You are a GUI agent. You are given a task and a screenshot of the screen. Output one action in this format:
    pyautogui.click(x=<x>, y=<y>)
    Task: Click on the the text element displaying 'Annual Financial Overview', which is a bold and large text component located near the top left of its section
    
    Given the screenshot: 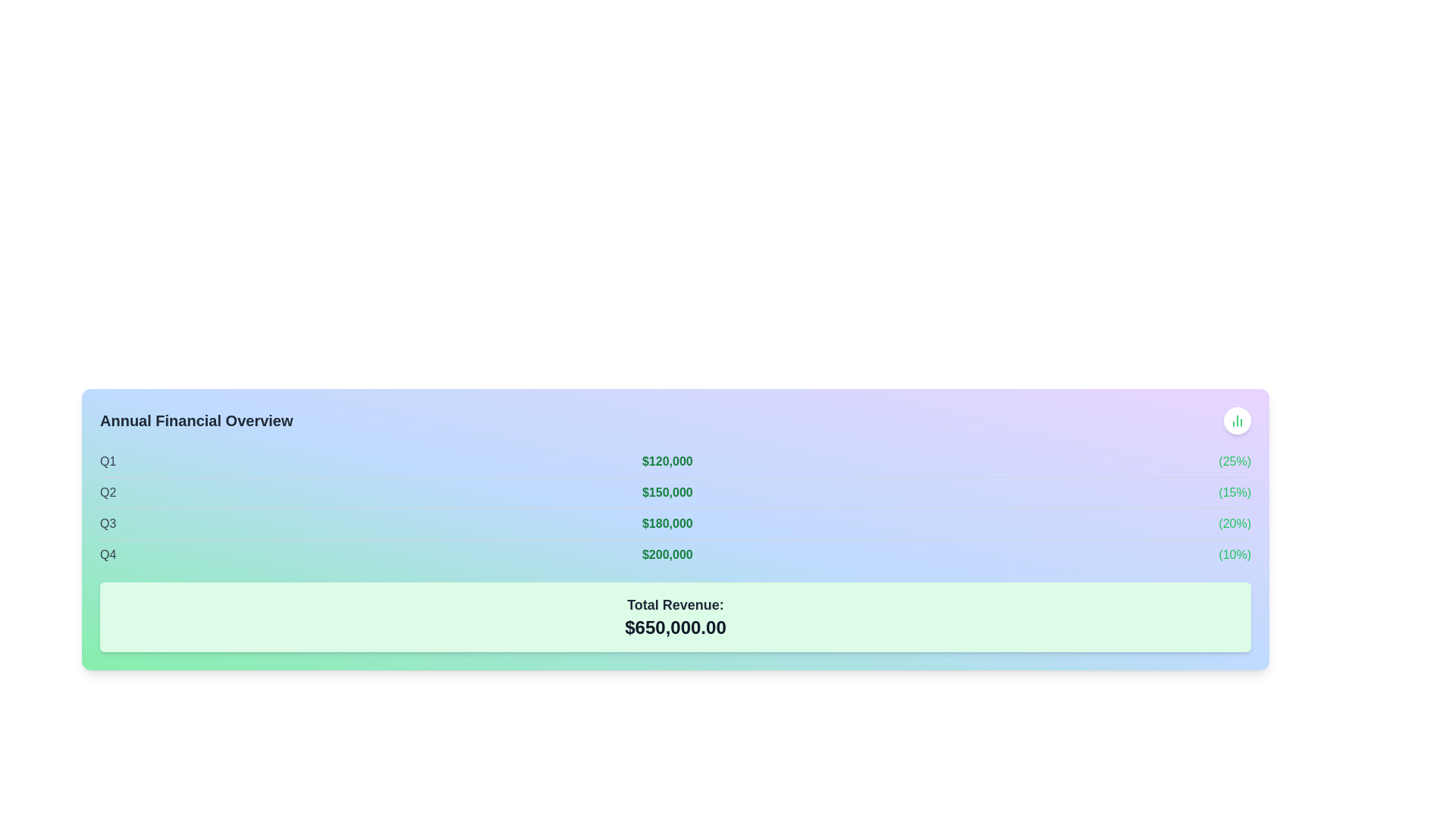 What is the action you would take?
    pyautogui.click(x=196, y=421)
    